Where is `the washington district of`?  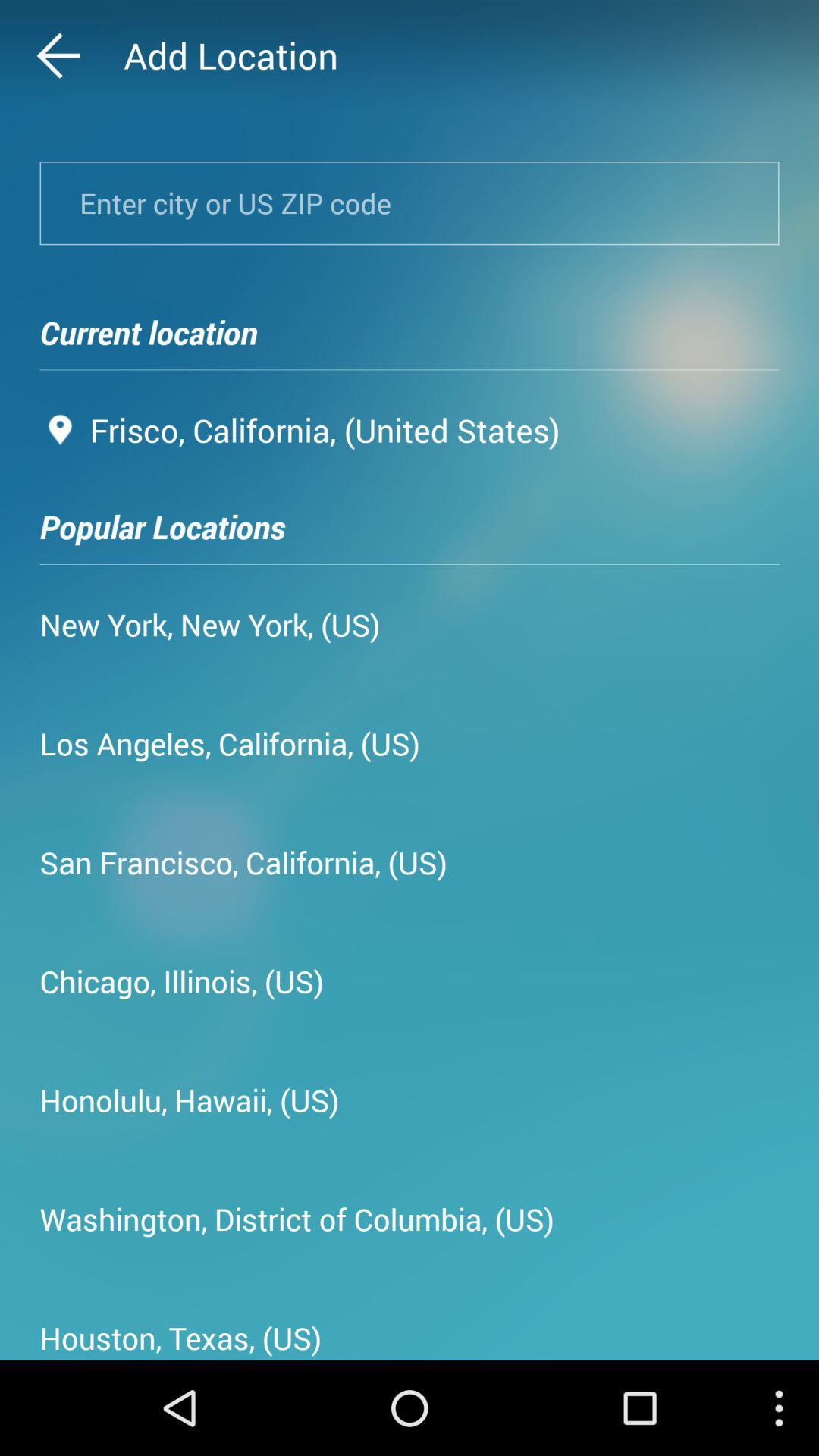
the washington district of is located at coordinates (297, 1219).